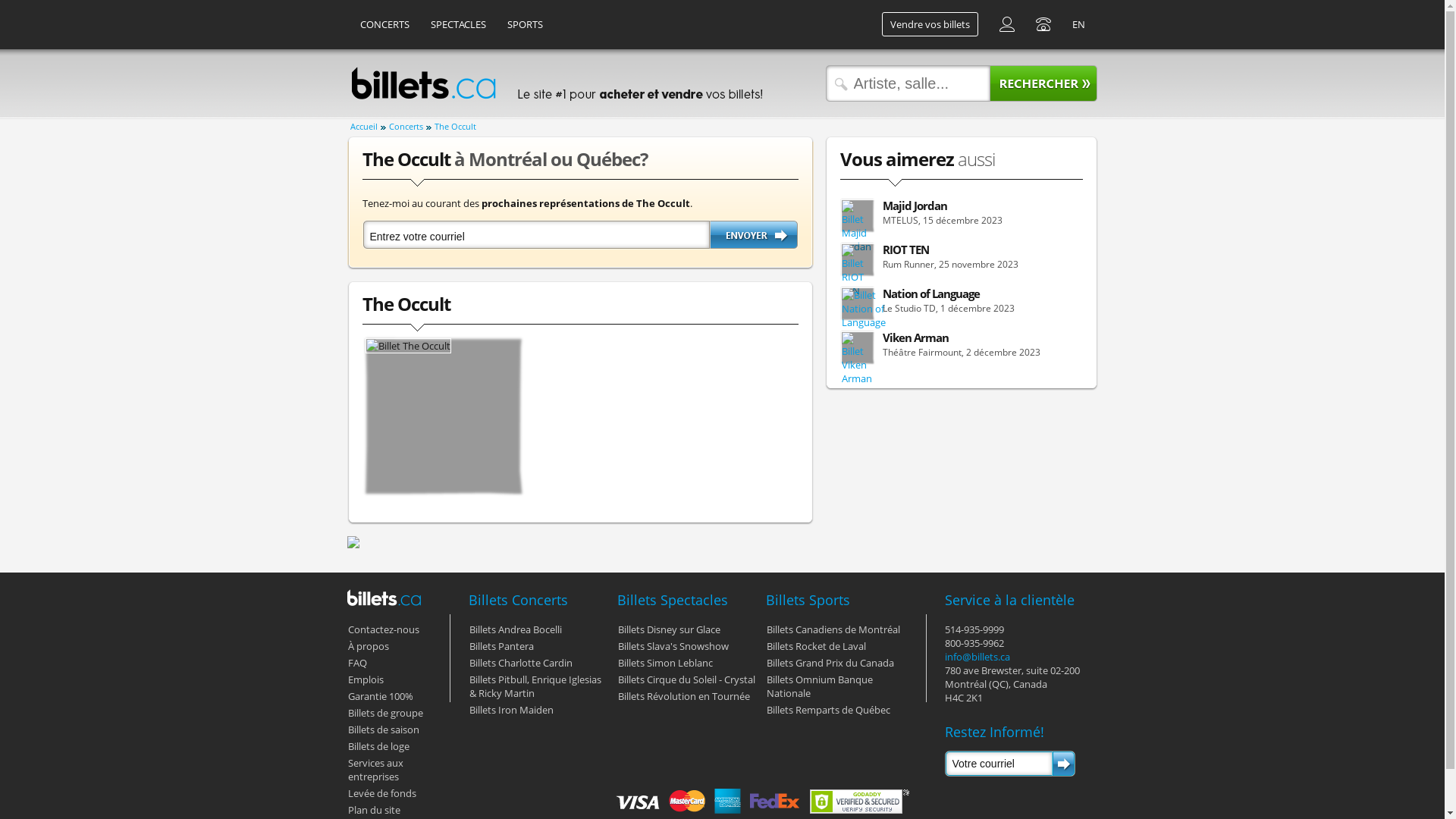 Image resolution: width=1456 pixels, height=819 pixels. What do you see at coordinates (1077, 24) in the screenshot?
I see `'EN'` at bounding box center [1077, 24].